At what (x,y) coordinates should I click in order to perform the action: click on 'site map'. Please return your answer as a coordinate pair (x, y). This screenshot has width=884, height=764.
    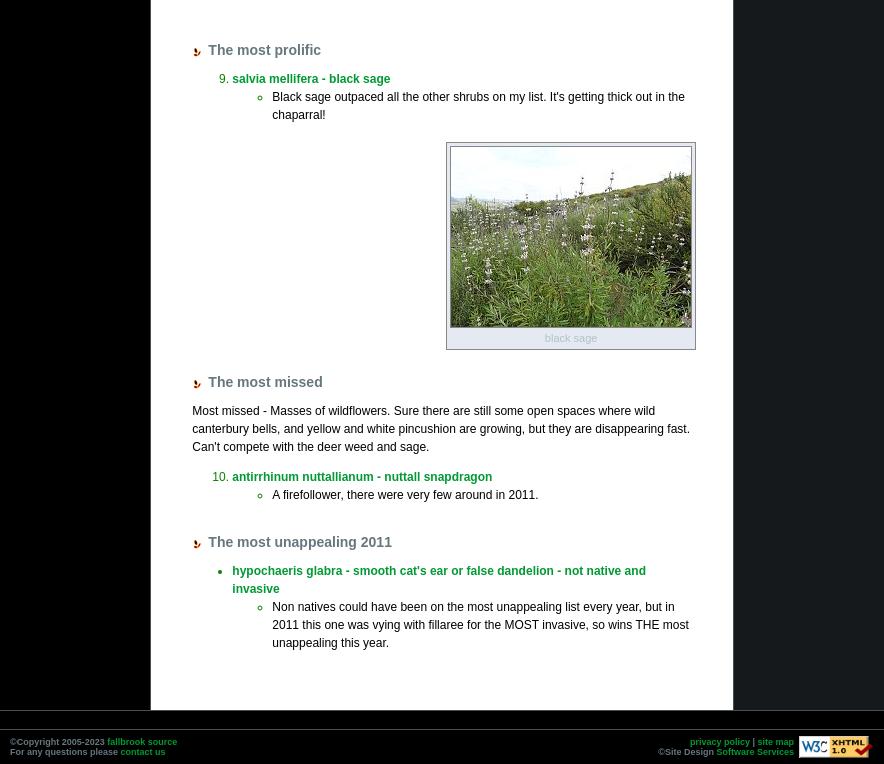
    Looking at the image, I should click on (774, 741).